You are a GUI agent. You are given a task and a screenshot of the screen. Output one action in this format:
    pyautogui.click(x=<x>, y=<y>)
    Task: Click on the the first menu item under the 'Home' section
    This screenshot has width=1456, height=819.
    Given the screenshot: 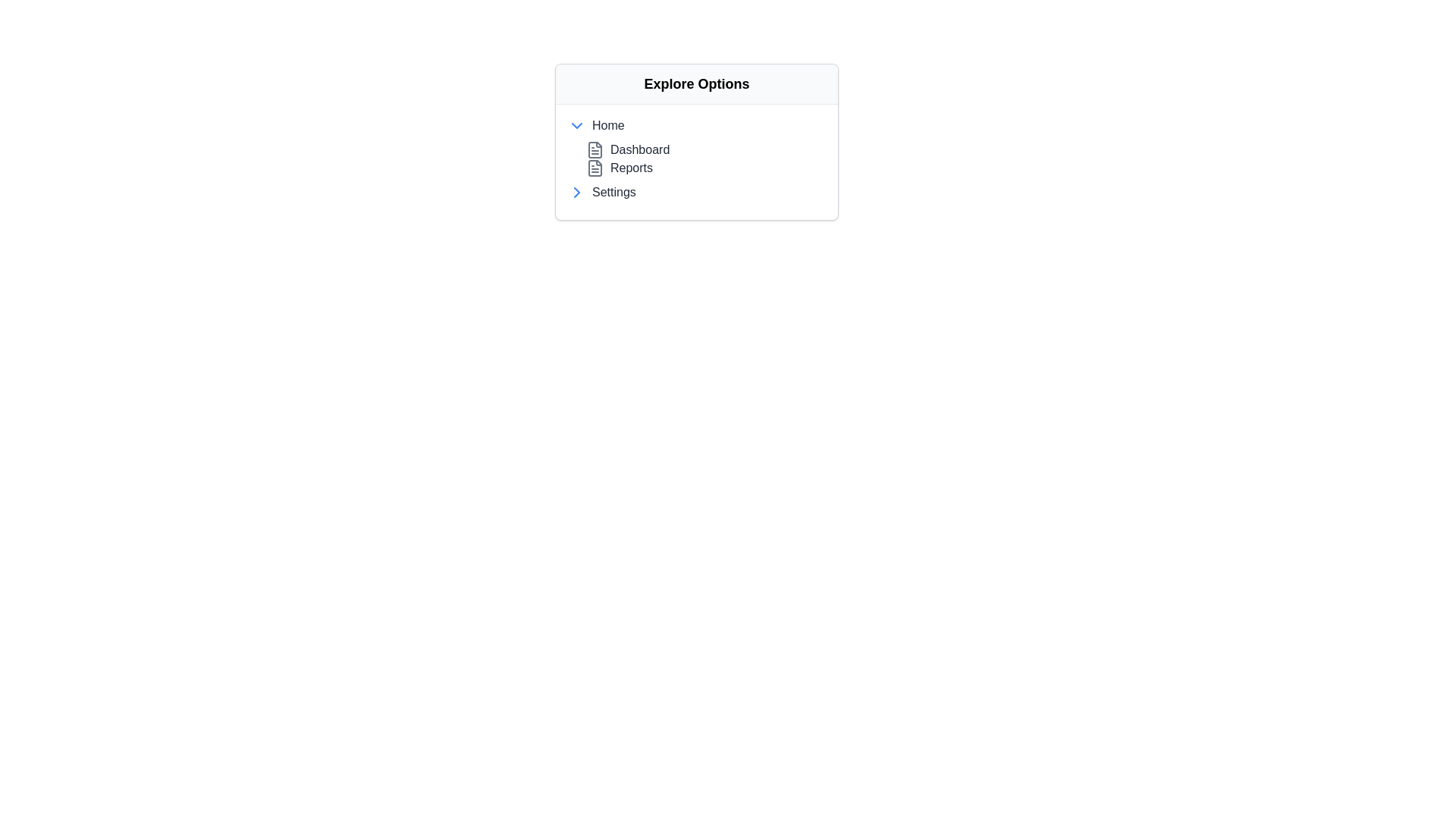 What is the action you would take?
    pyautogui.click(x=705, y=149)
    